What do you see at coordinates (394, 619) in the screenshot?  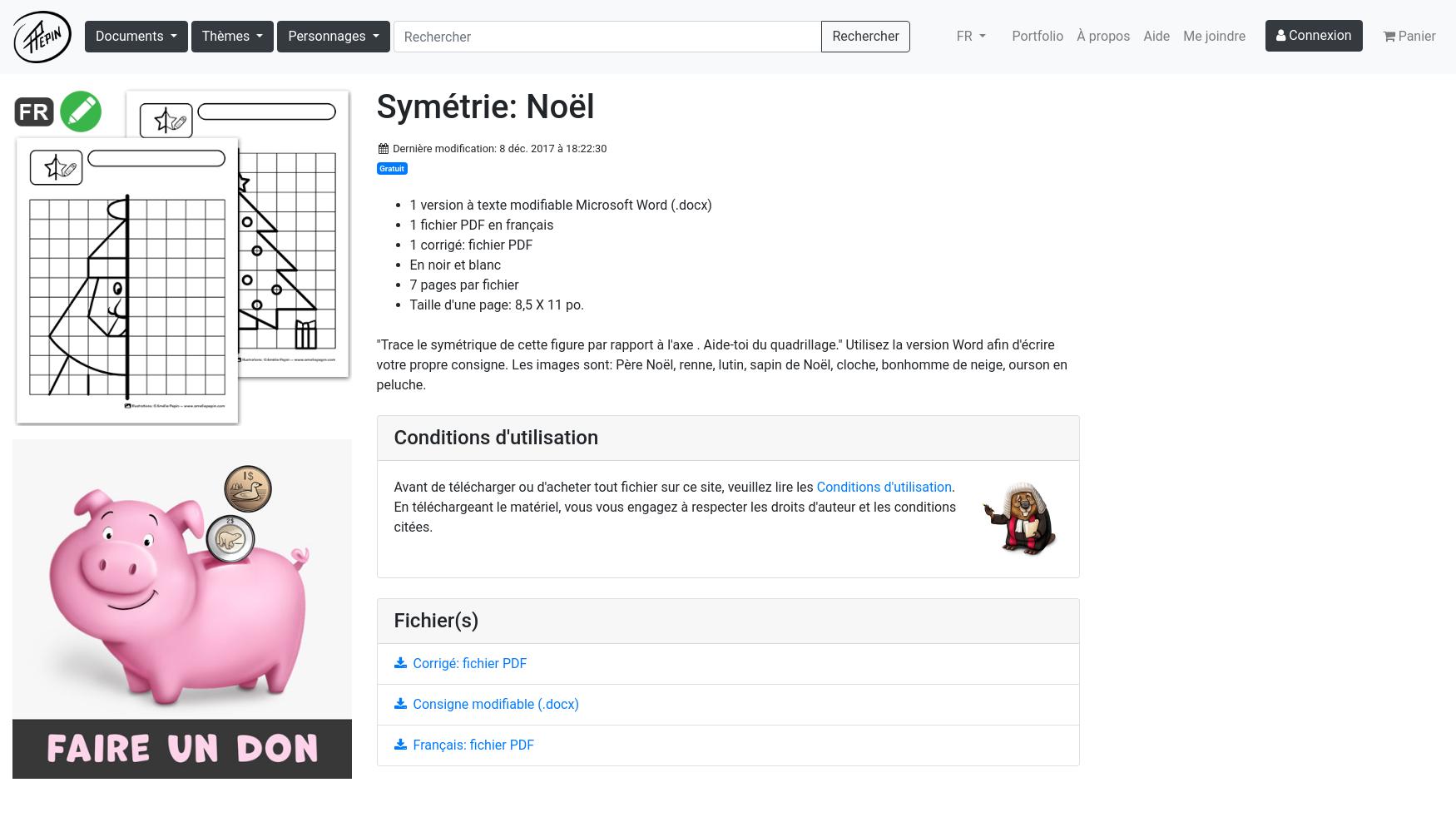 I see `'Fichier(s)'` at bounding box center [394, 619].